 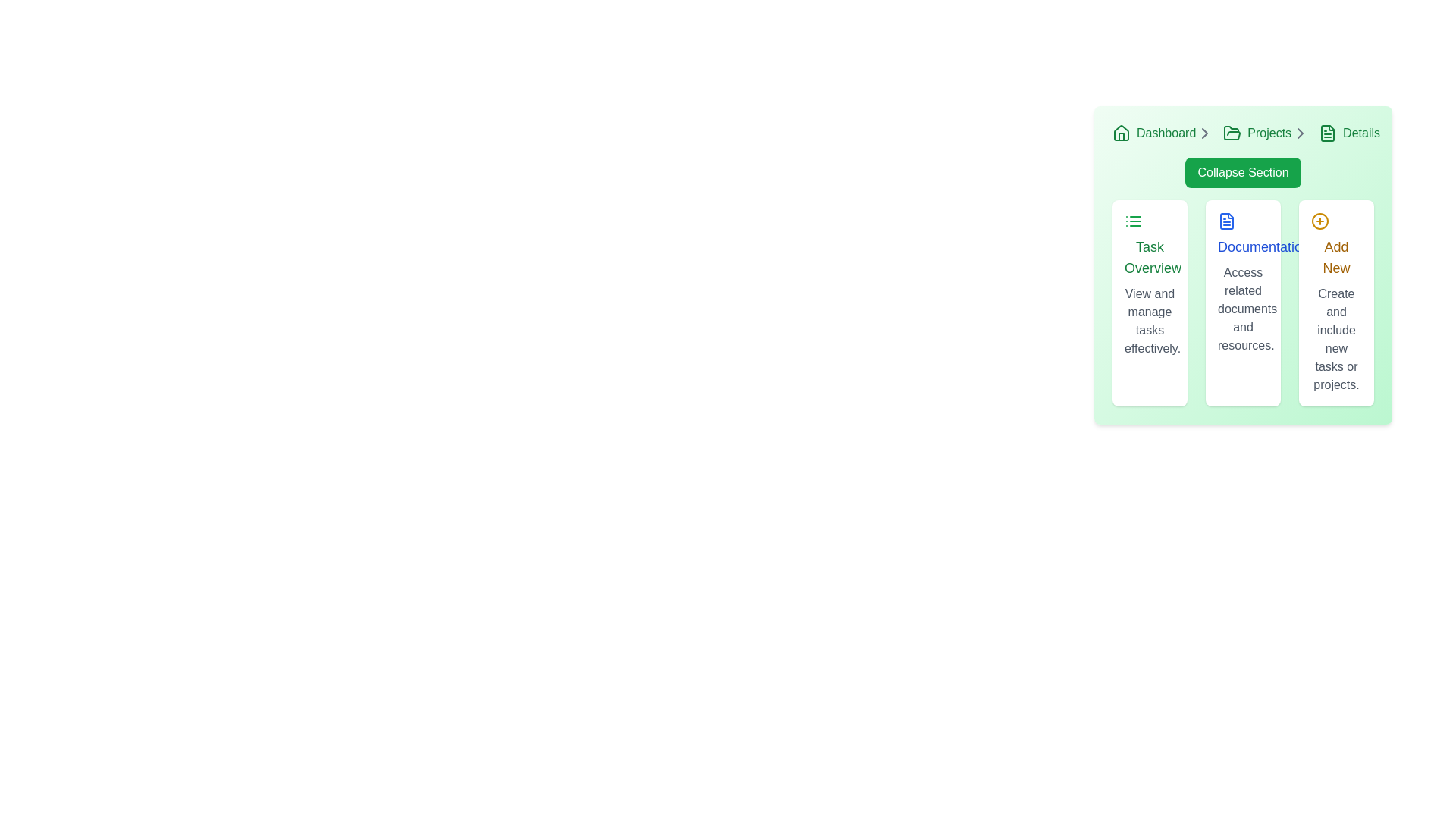 I want to click on static text label that displays 'Access related documents and resources.' It is styled in gray and located below the heading 'Documentation.', so click(x=1243, y=309).